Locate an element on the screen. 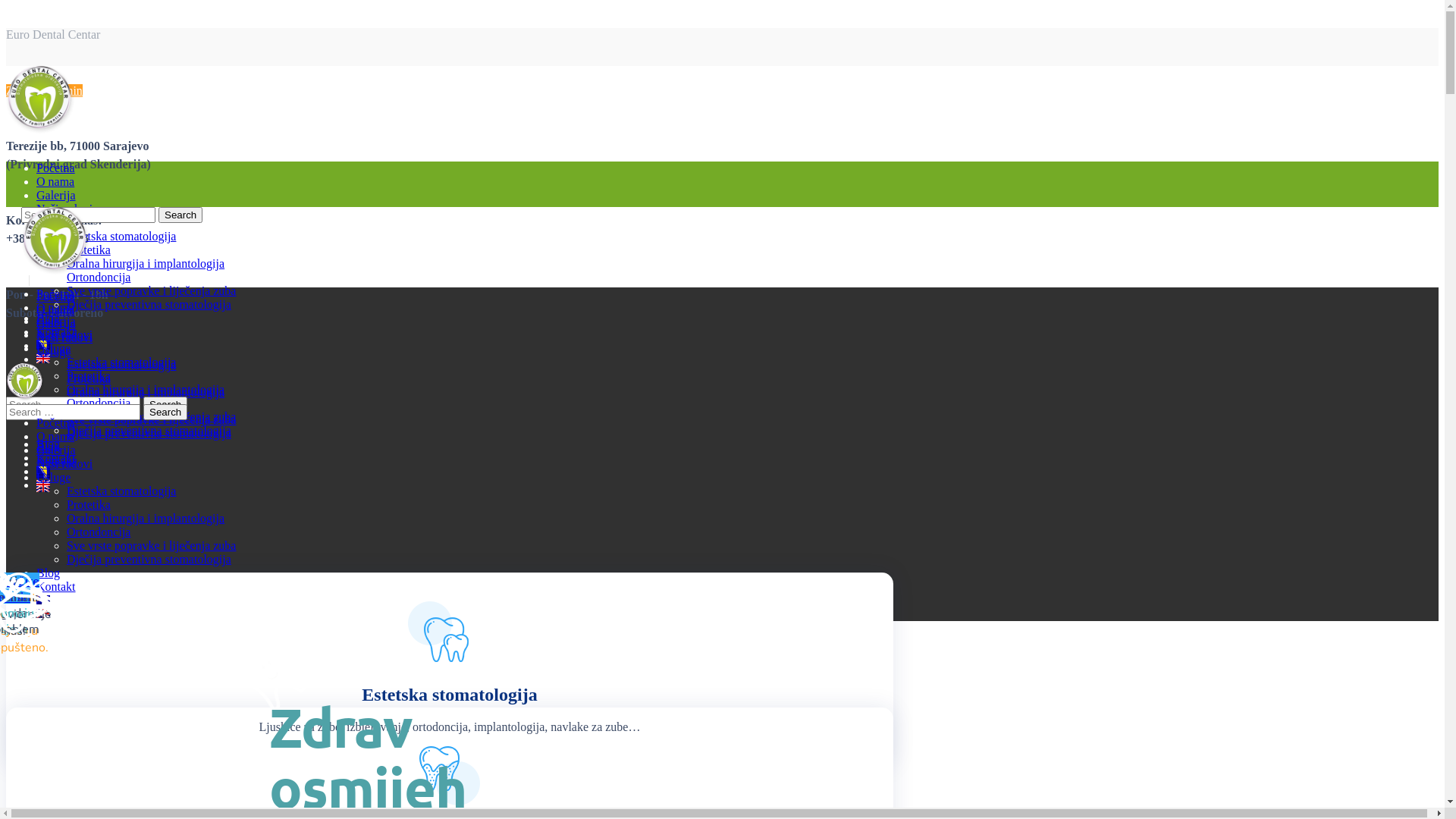  'Kontakt' is located at coordinates (55, 585).